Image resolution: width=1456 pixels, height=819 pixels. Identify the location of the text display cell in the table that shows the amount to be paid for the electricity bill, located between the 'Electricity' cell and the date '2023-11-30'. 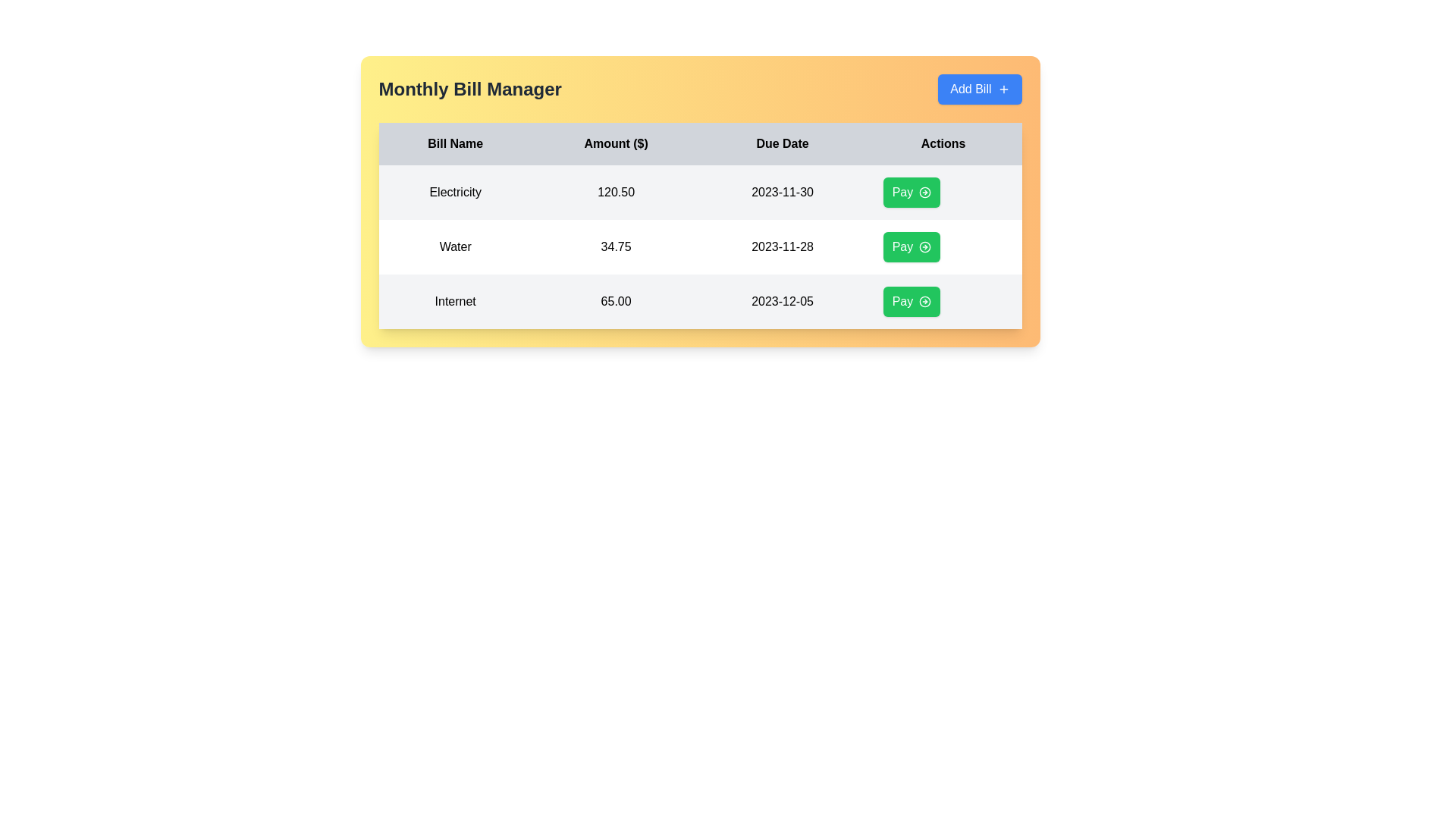
(616, 192).